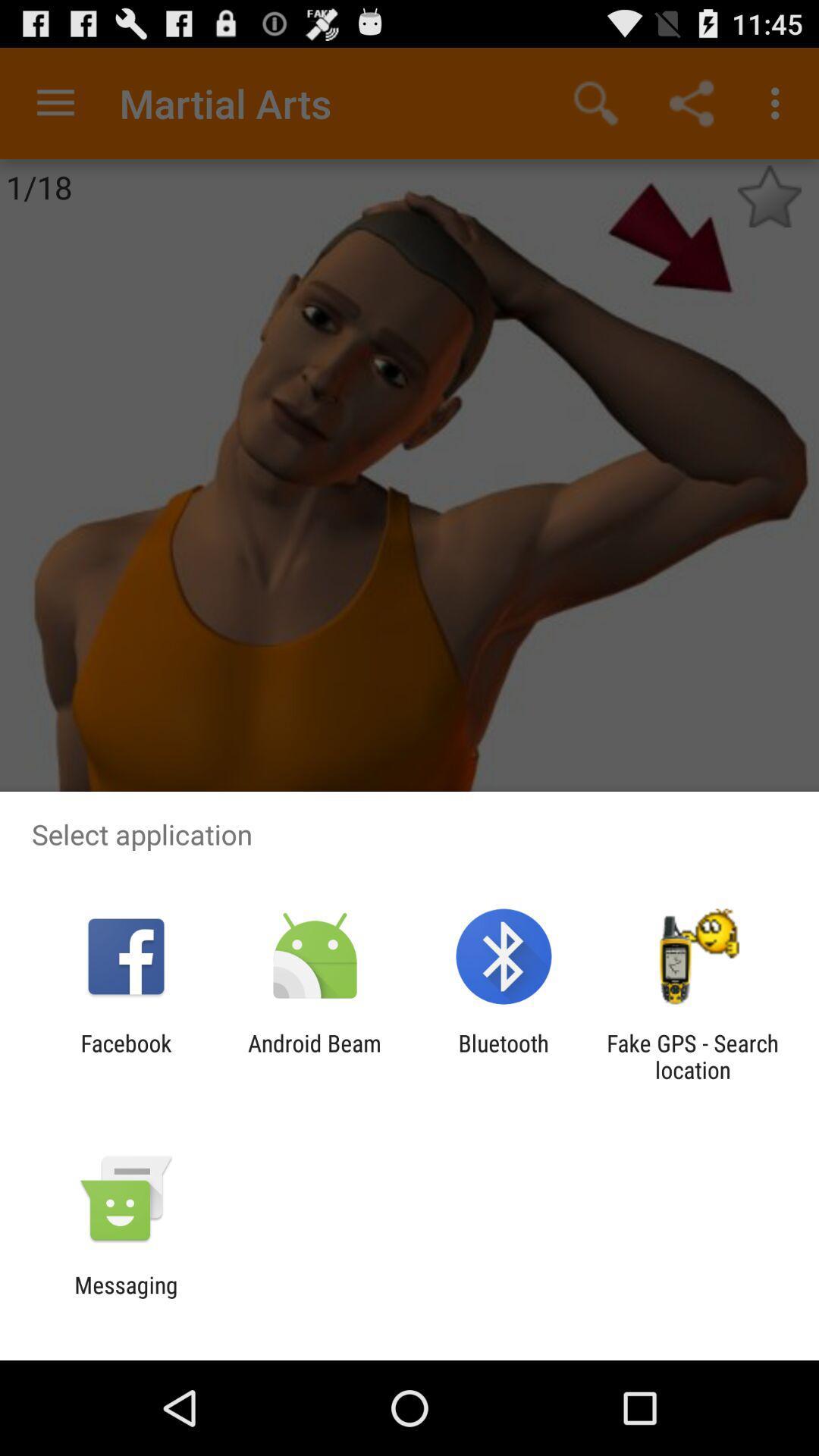  What do you see at coordinates (314, 1056) in the screenshot?
I see `item next to facebook icon` at bounding box center [314, 1056].